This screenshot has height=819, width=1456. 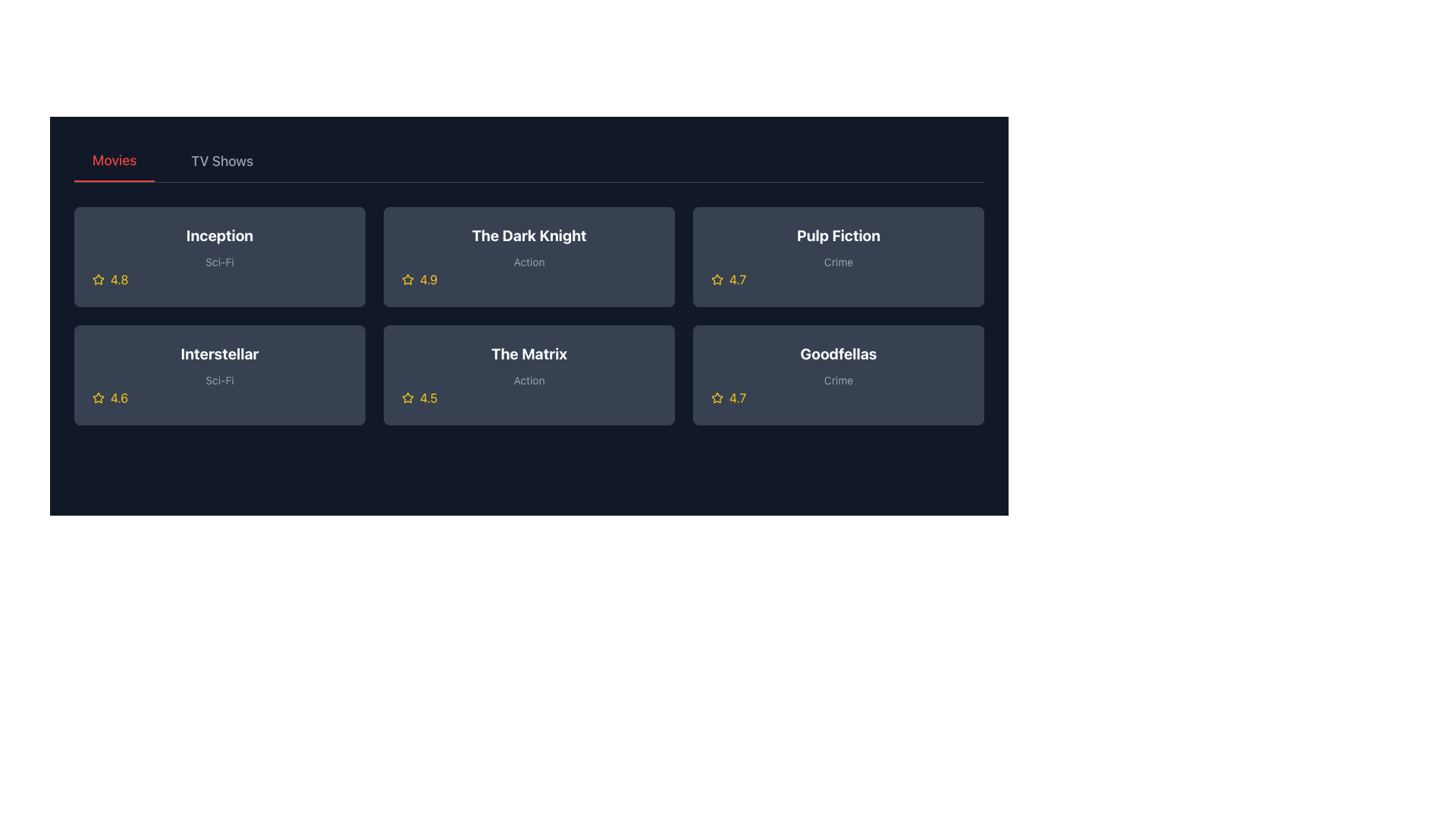 What do you see at coordinates (218, 366) in the screenshot?
I see `assistive technologies` at bounding box center [218, 366].